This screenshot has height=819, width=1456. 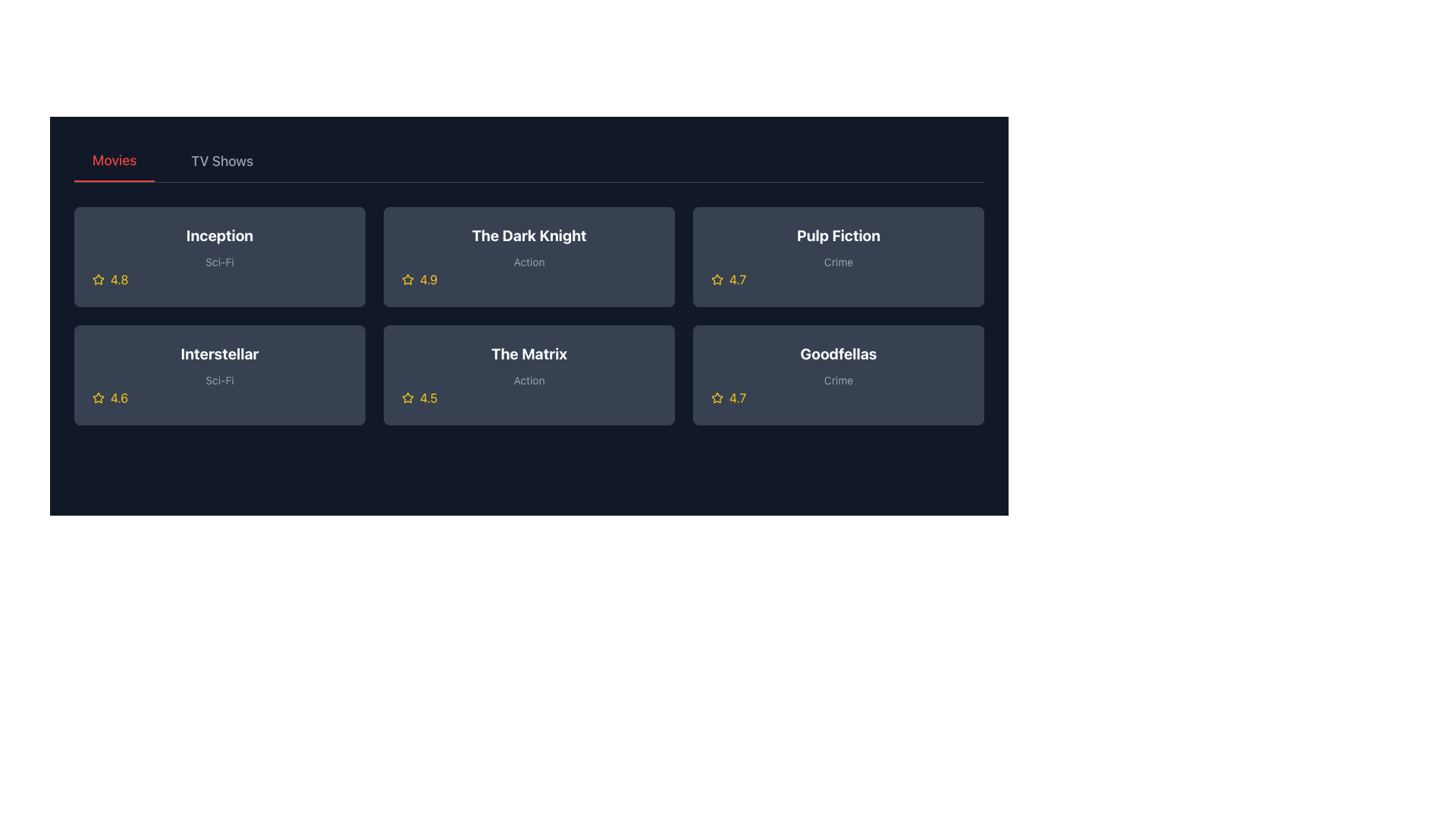 What do you see at coordinates (218, 366) in the screenshot?
I see `assistive technologies` at bounding box center [218, 366].